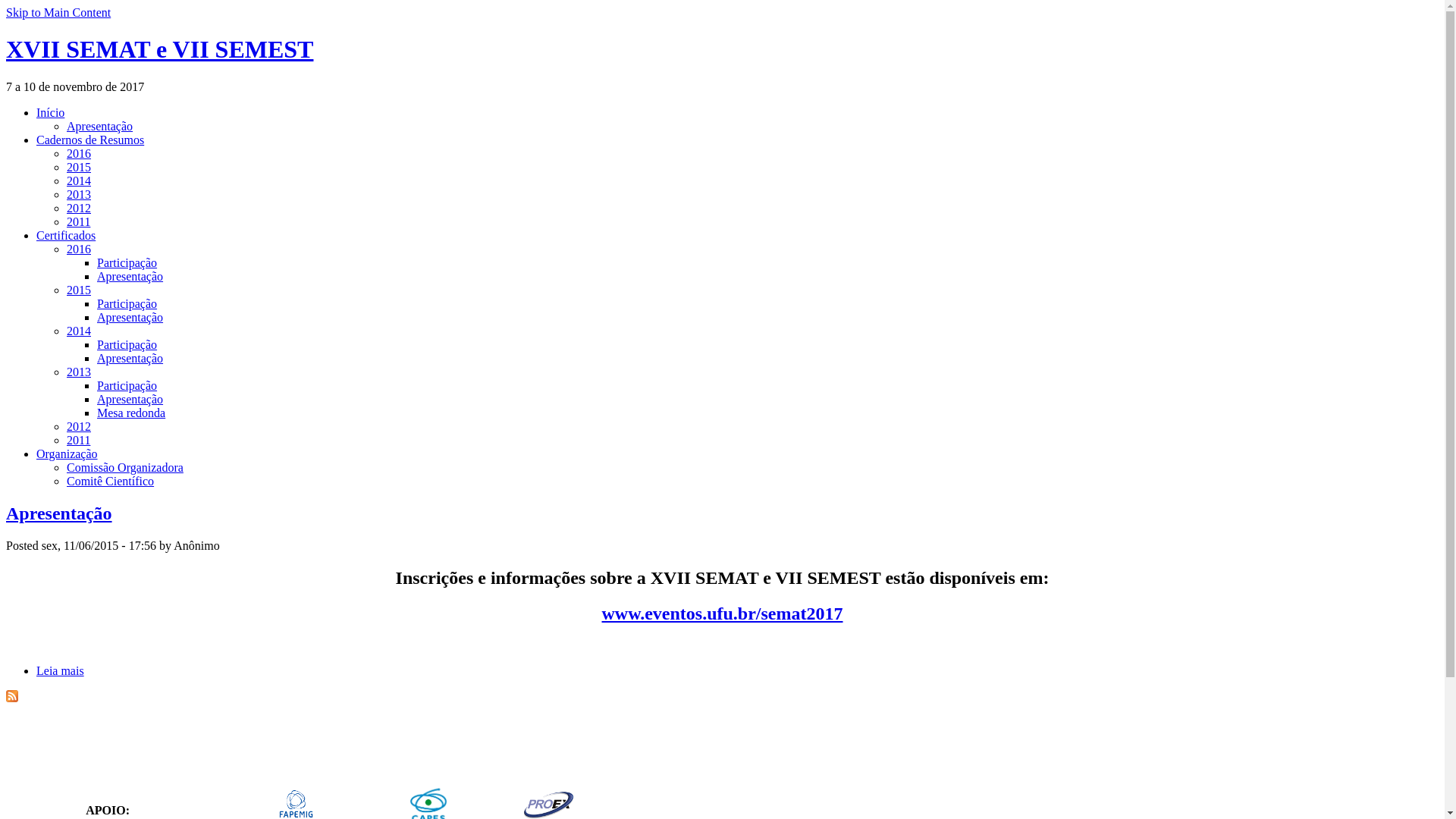 This screenshot has width=1456, height=819. I want to click on '2011', so click(77, 440).